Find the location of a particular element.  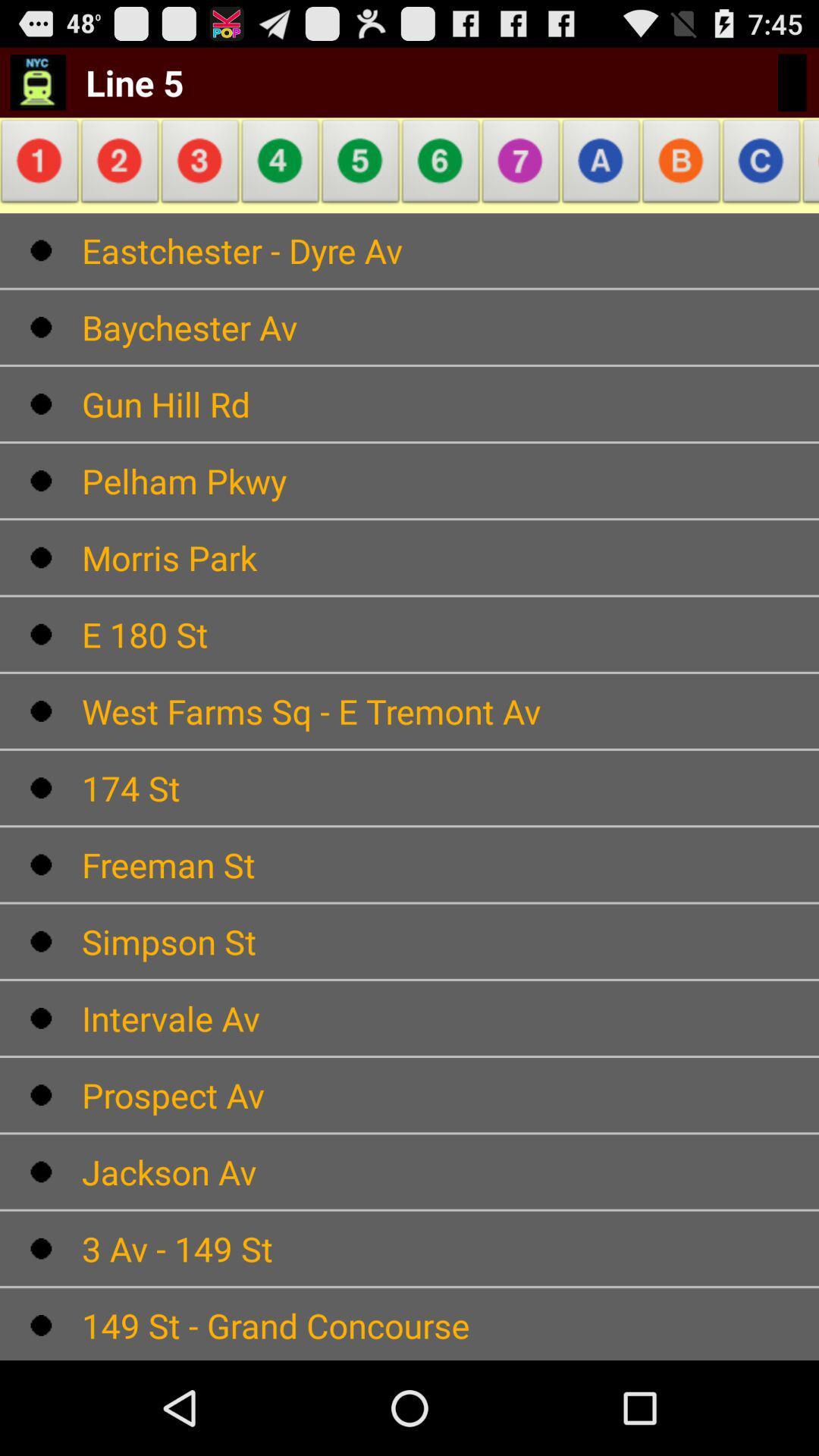

the item above the eastchester - dyre av app is located at coordinates (520, 165).